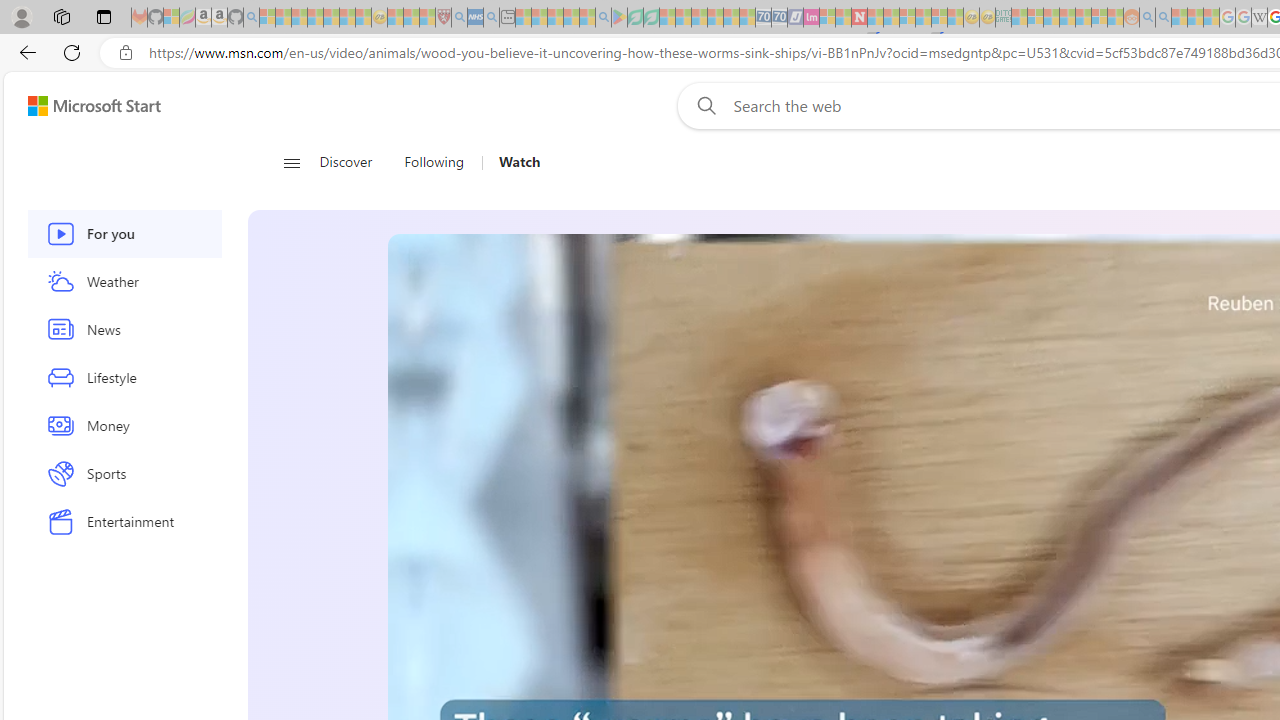 Image resolution: width=1280 pixels, height=720 pixels. Describe the element at coordinates (1066, 17) in the screenshot. I see `'Expert Portfolios - Sleeping'` at that location.